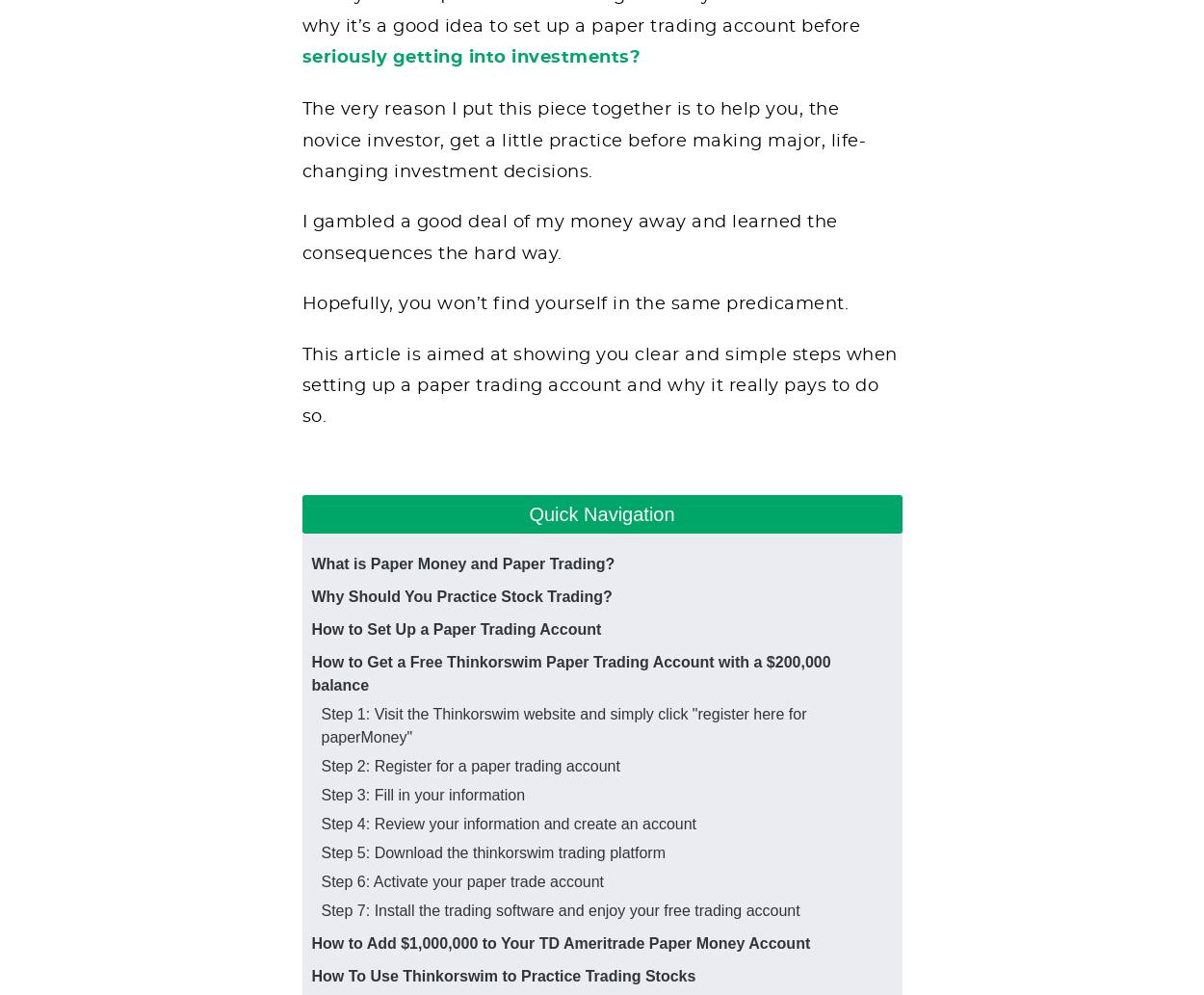  What do you see at coordinates (569, 672) in the screenshot?
I see `'How to Get a Free ﻿Thinkorswim Paper Trading﻿ Account with a $200,000 balance'` at bounding box center [569, 672].